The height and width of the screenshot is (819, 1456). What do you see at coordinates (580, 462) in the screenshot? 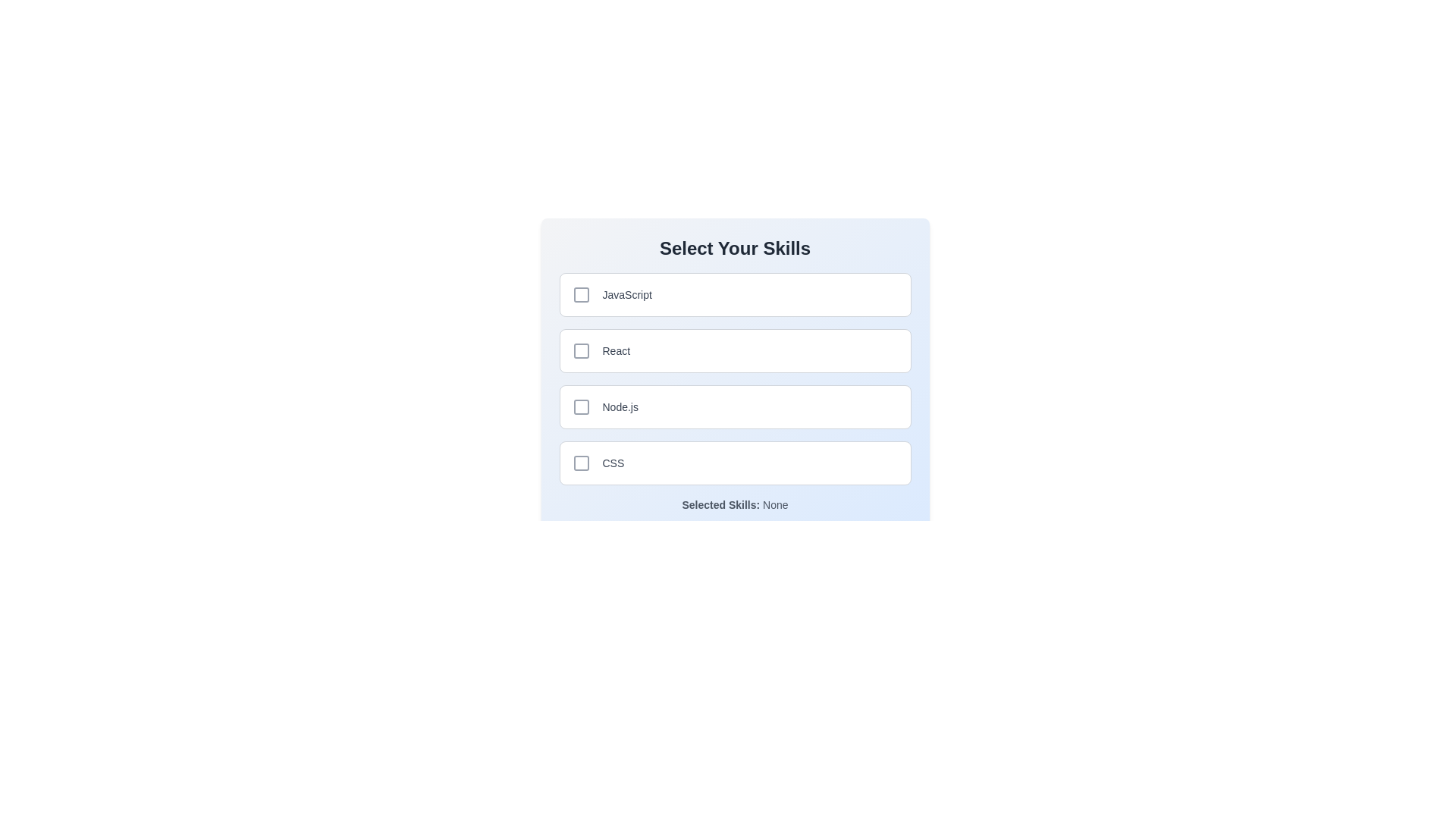
I see `the checkbox for selecting the 'CSS' option in the skill selection interface` at bounding box center [580, 462].